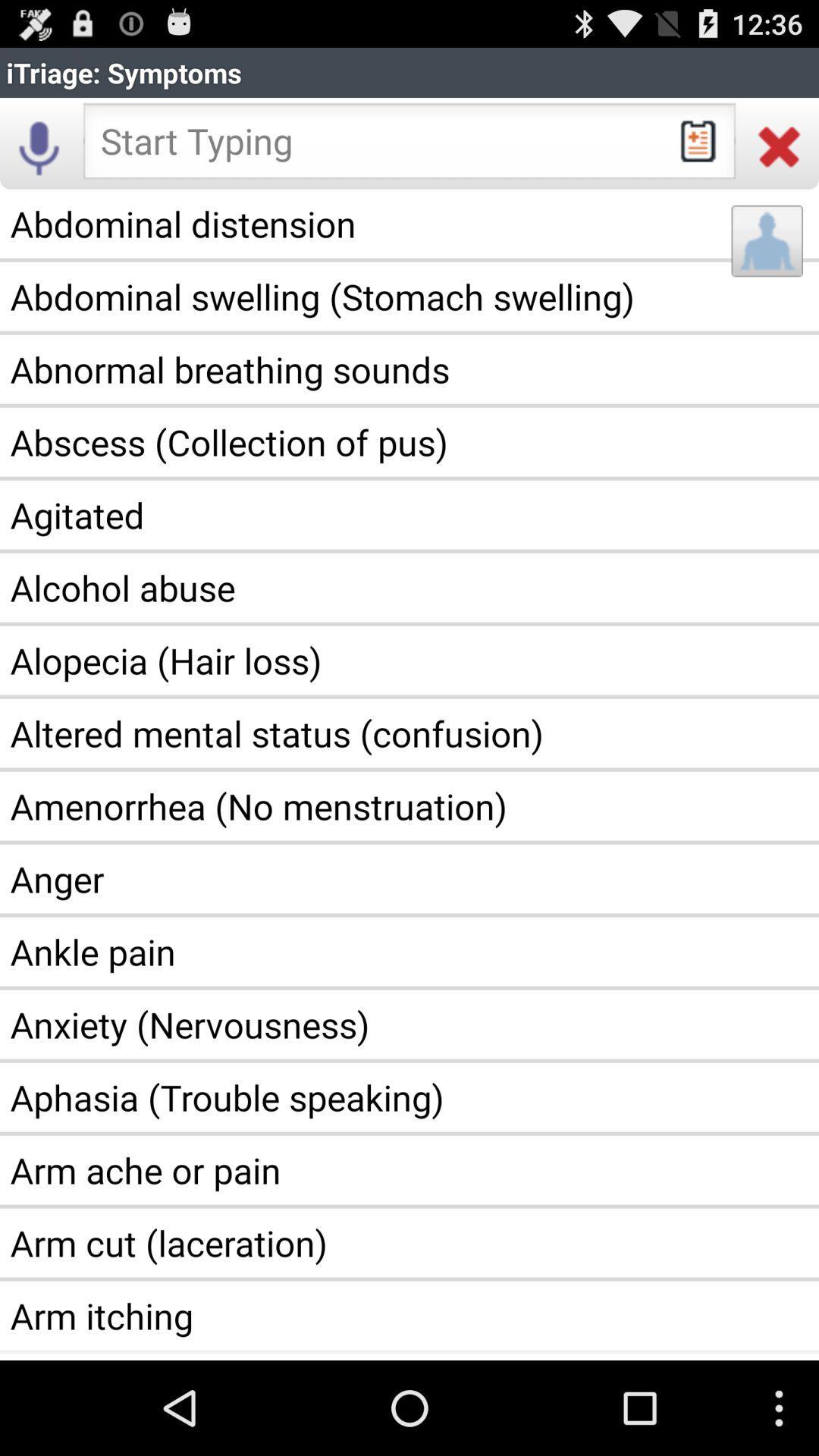  Describe the element at coordinates (779, 146) in the screenshot. I see `icon below itriage: symptoms item` at that location.